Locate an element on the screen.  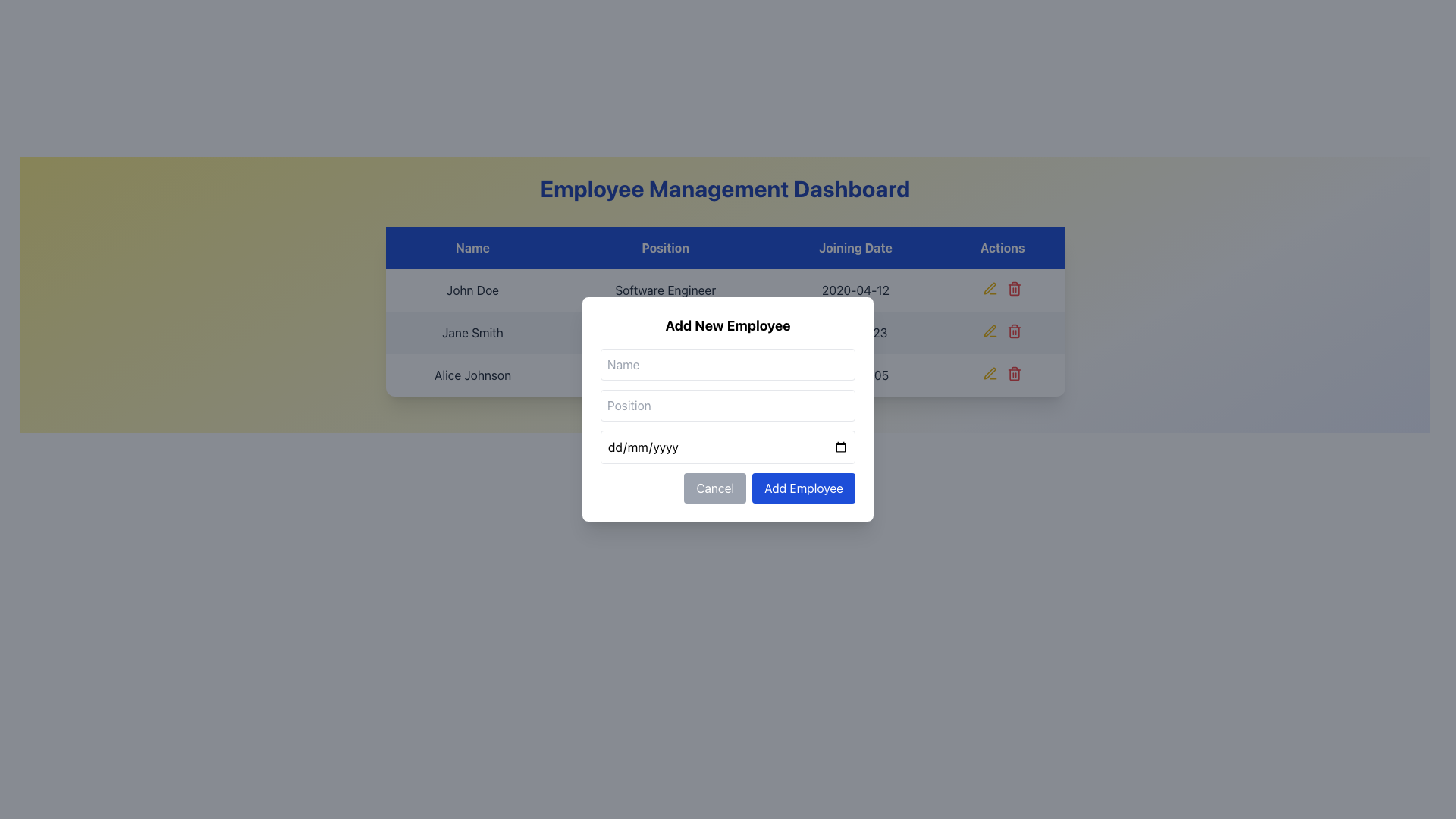
the confirm button for adding a new employee record is located at coordinates (803, 488).